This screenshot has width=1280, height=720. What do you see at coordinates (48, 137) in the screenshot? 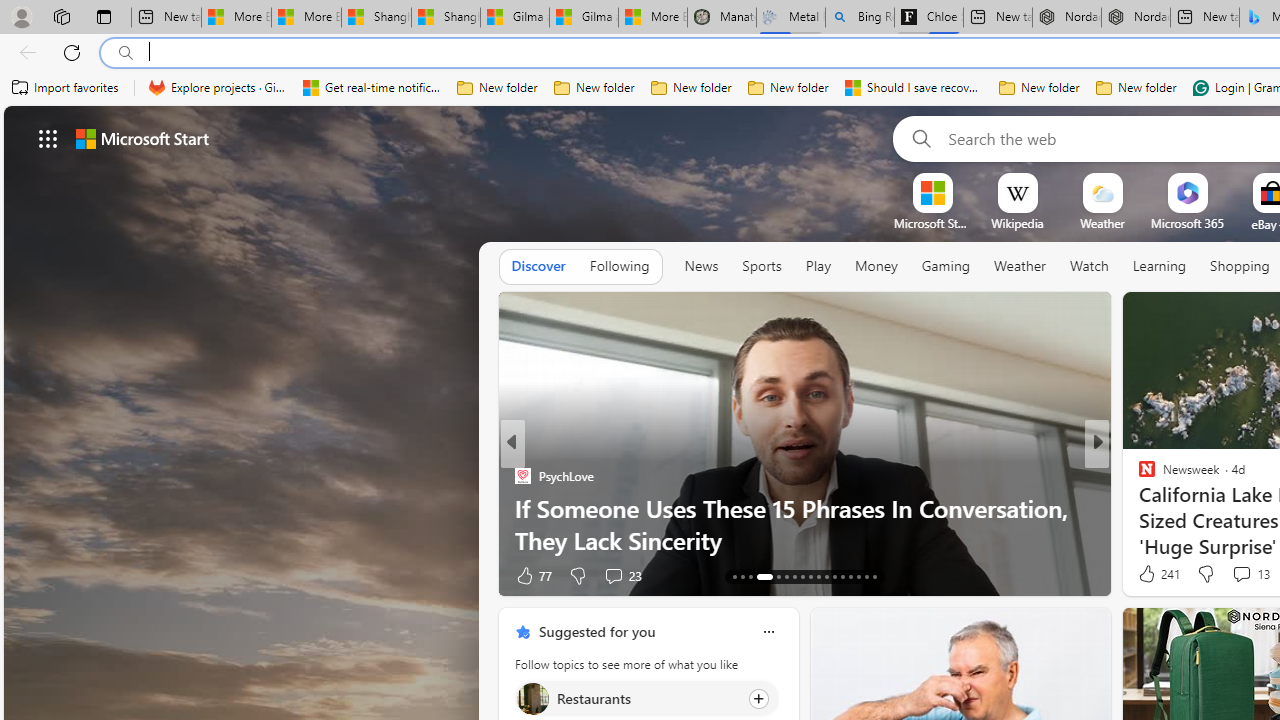
I see `'Class: control'` at bounding box center [48, 137].